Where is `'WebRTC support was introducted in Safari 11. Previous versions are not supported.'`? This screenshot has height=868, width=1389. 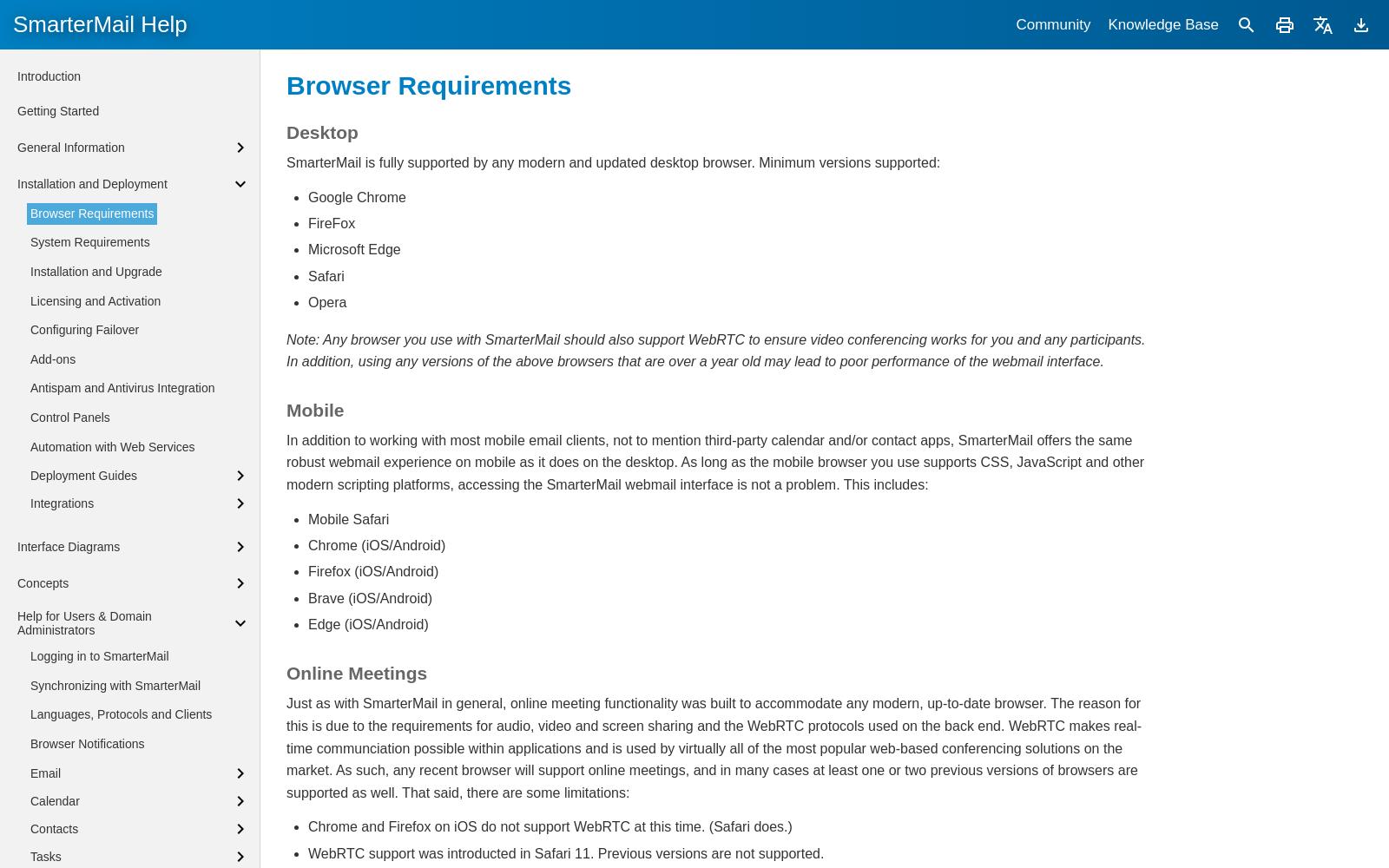
'WebRTC support was introducted in Safari 11. Previous versions are not supported.' is located at coordinates (566, 852).